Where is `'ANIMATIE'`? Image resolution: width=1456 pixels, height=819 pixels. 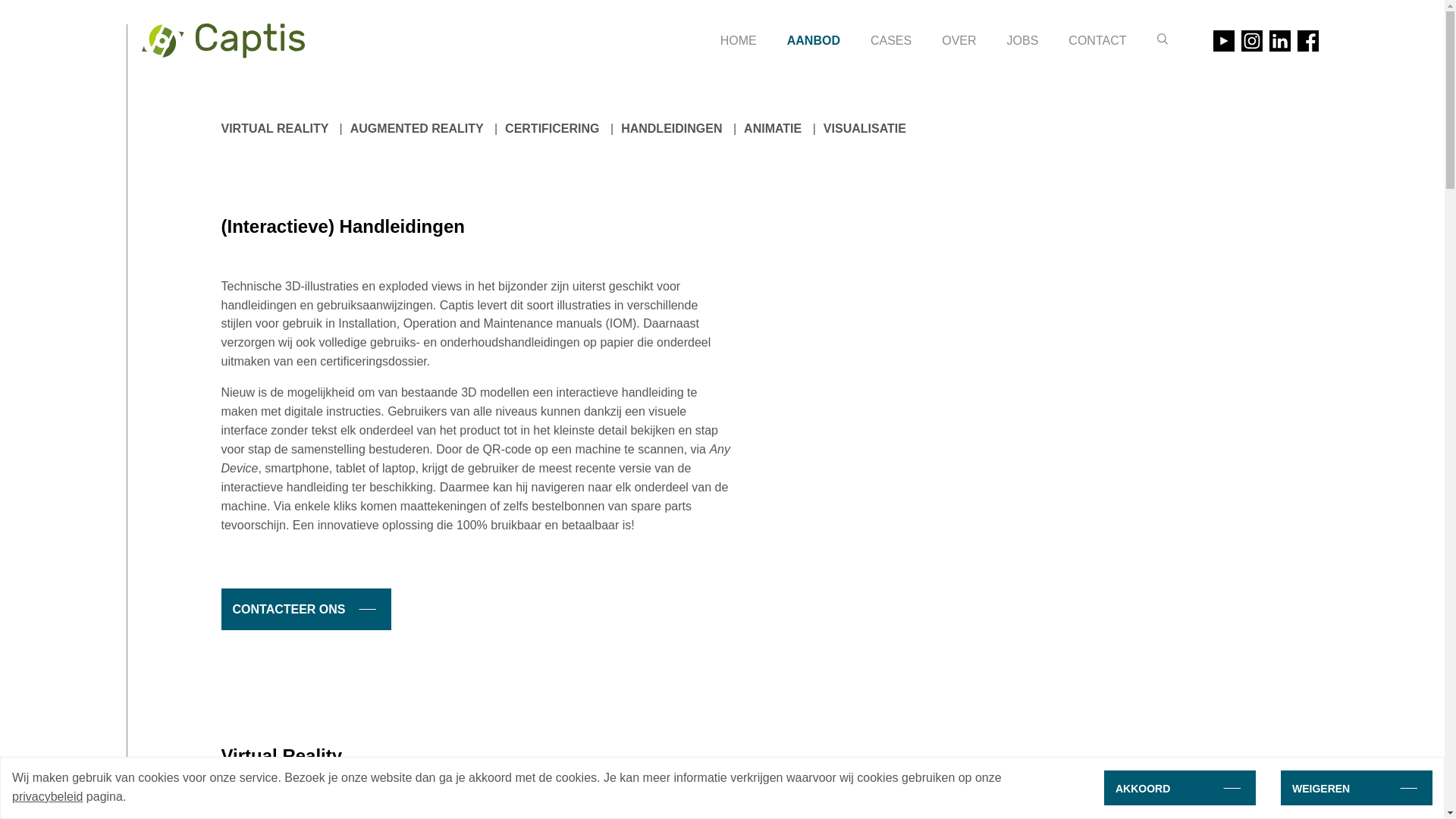 'ANIMATIE' is located at coordinates (772, 127).